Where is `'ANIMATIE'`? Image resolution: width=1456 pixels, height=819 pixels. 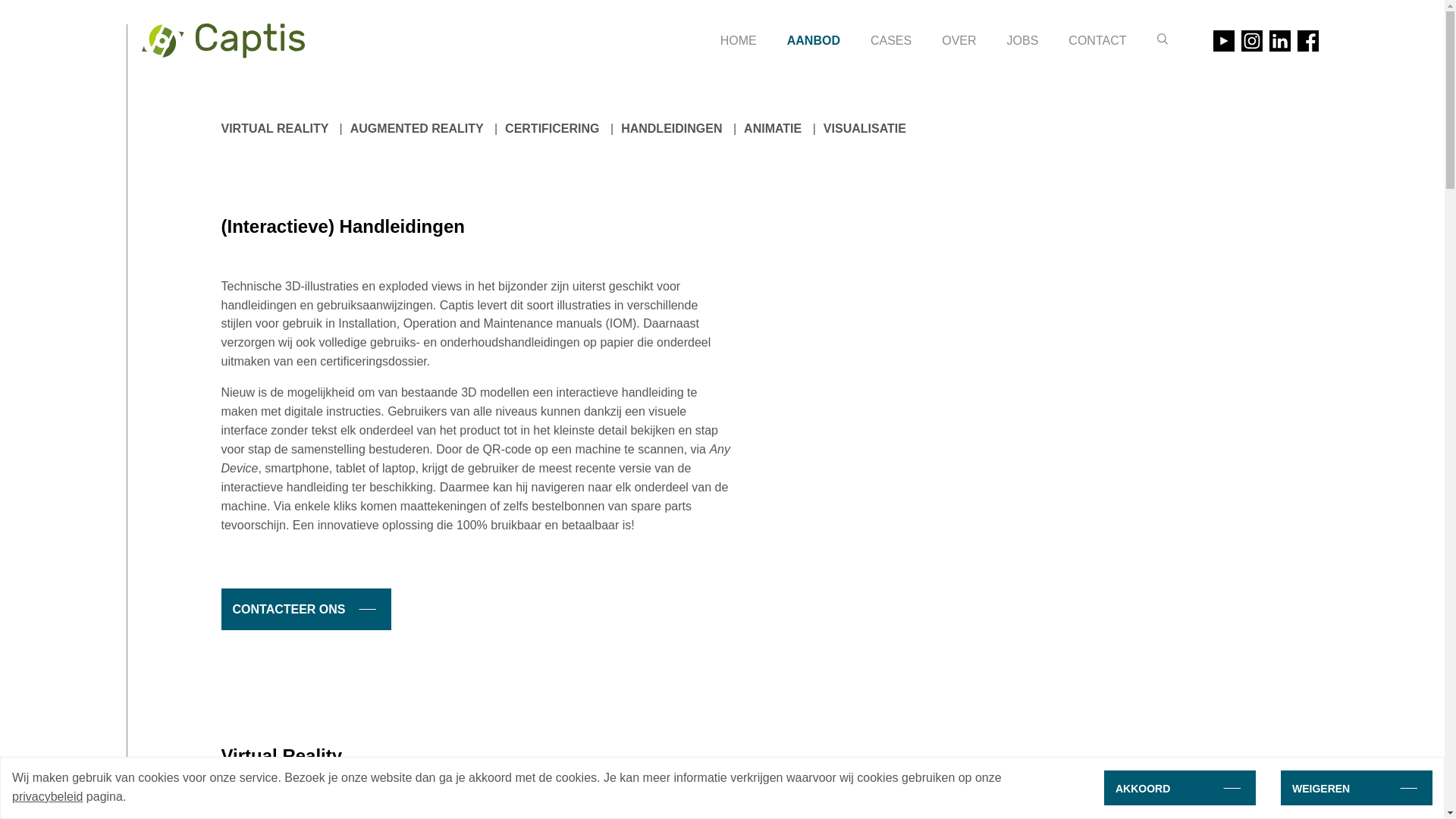 'ANIMATIE' is located at coordinates (772, 127).